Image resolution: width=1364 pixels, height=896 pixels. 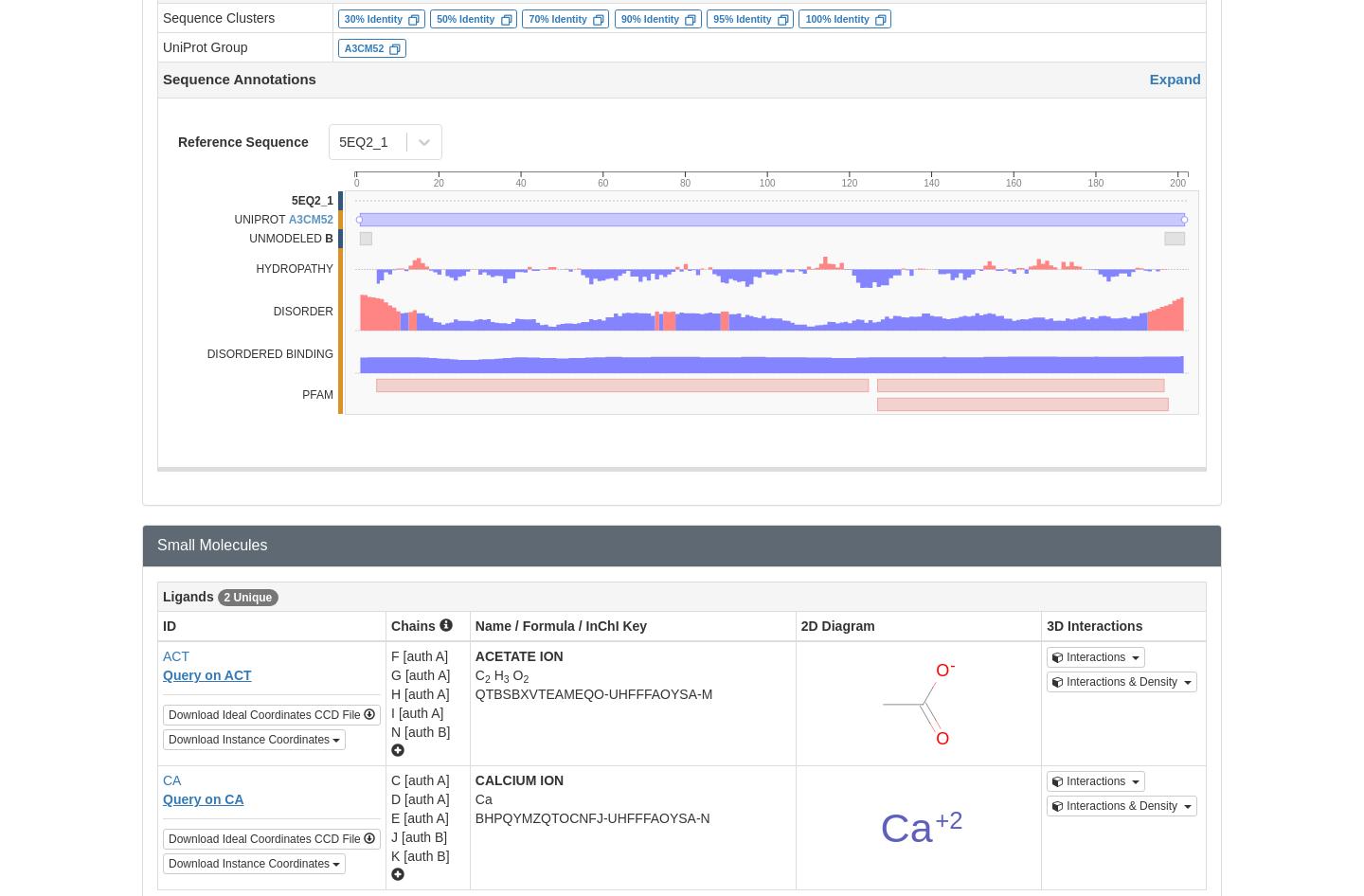 What do you see at coordinates (557, 18) in the screenshot?
I see `'70% Identity'` at bounding box center [557, 18].